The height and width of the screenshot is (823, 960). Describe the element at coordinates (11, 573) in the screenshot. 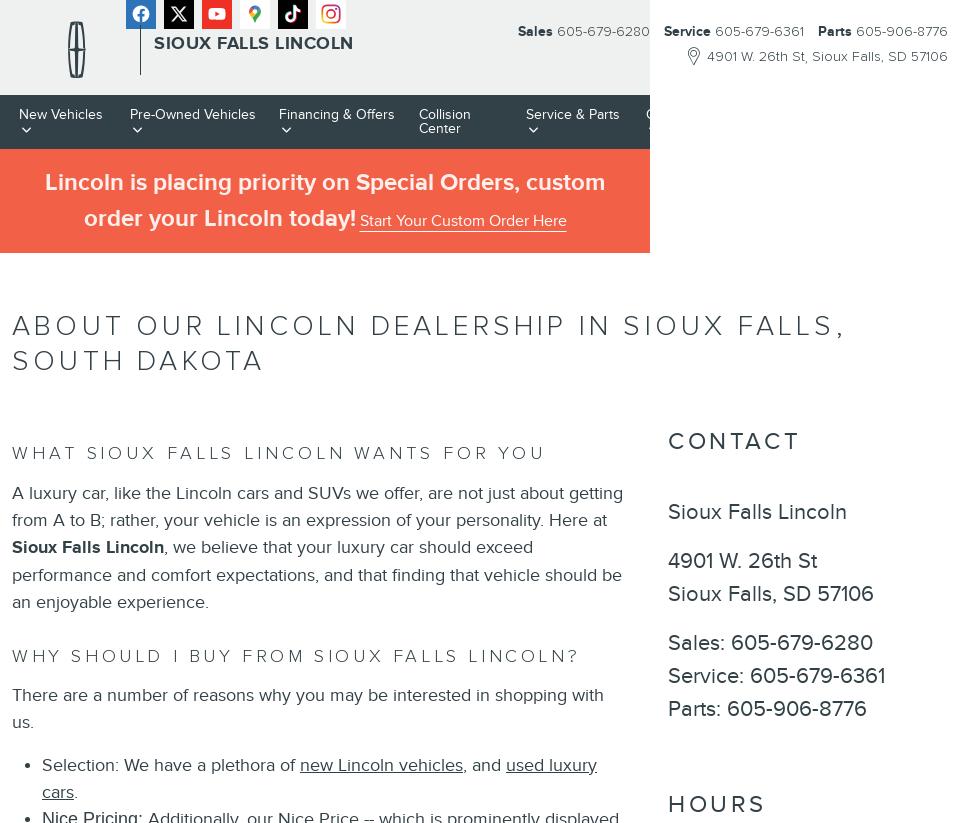

I see `', we believe that your luxury car should exceed performance and comfort expectations, and that finding that vehicle should be an enjoyable experience.'` at that location.